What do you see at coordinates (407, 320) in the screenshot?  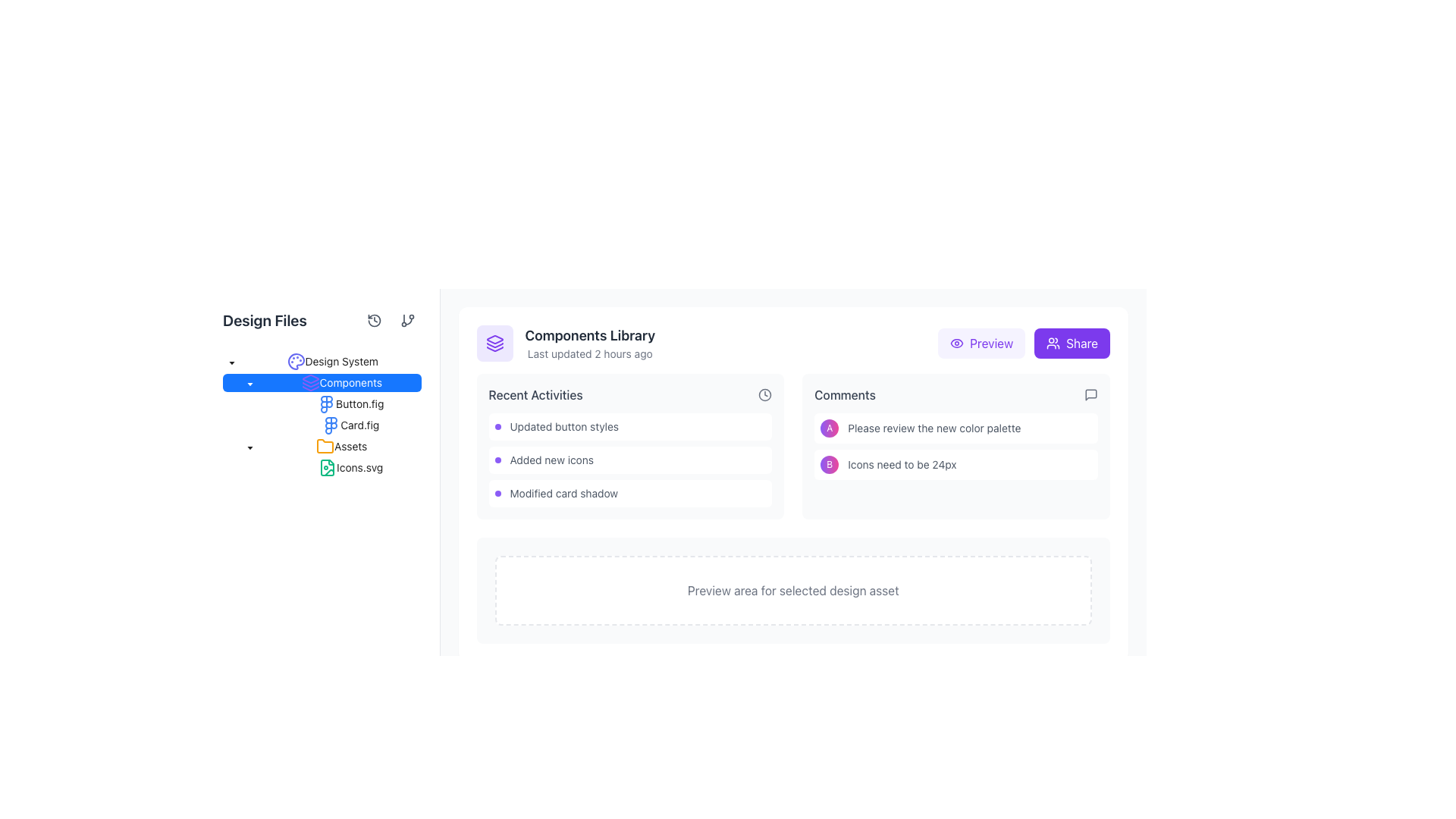 I see `the branch icon representing git branching located in the left menu under 'Components'` at bounding box center [407, 320].